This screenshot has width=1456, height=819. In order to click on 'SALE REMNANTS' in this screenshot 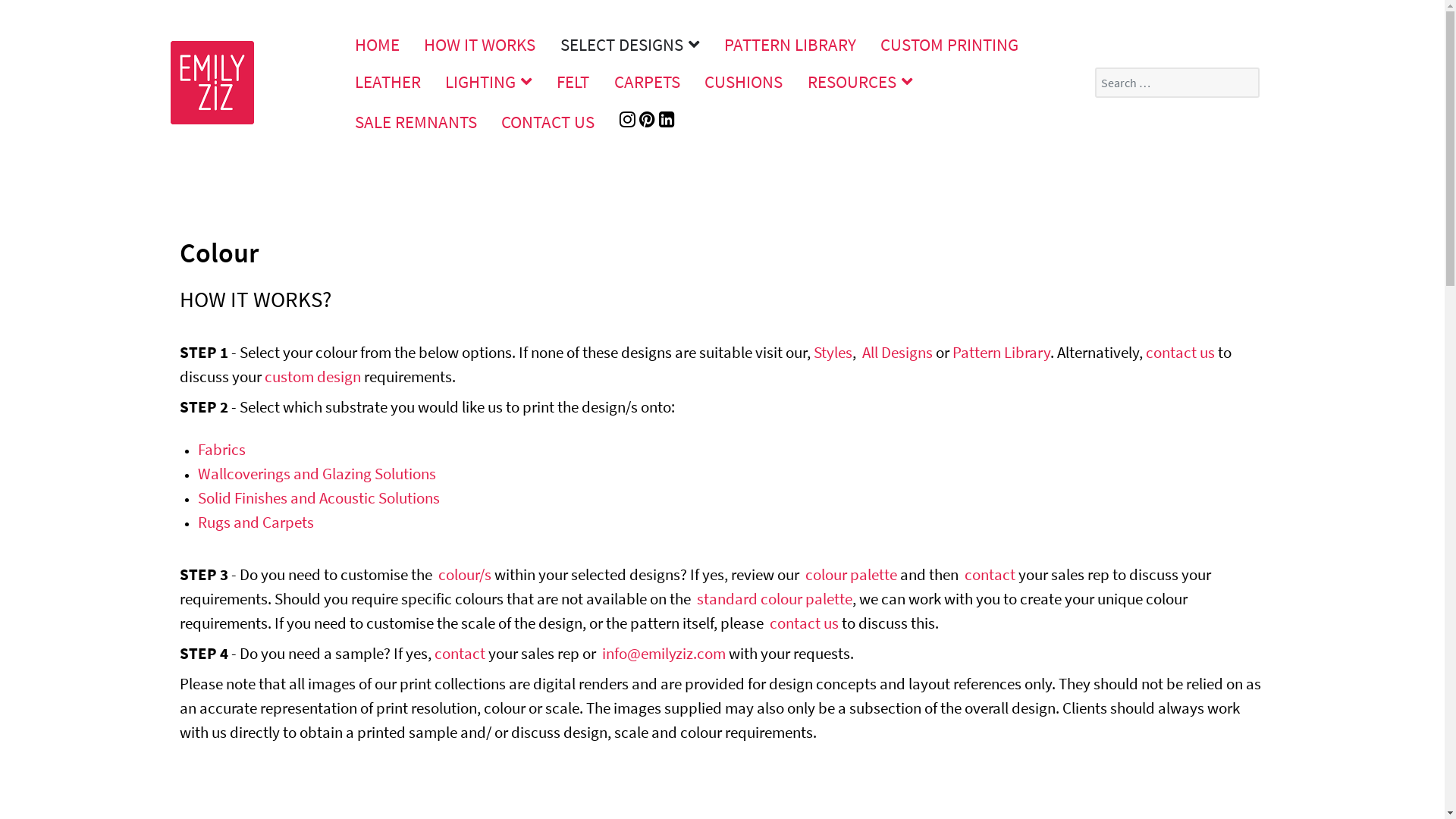, I will do `click(416, 121)`.